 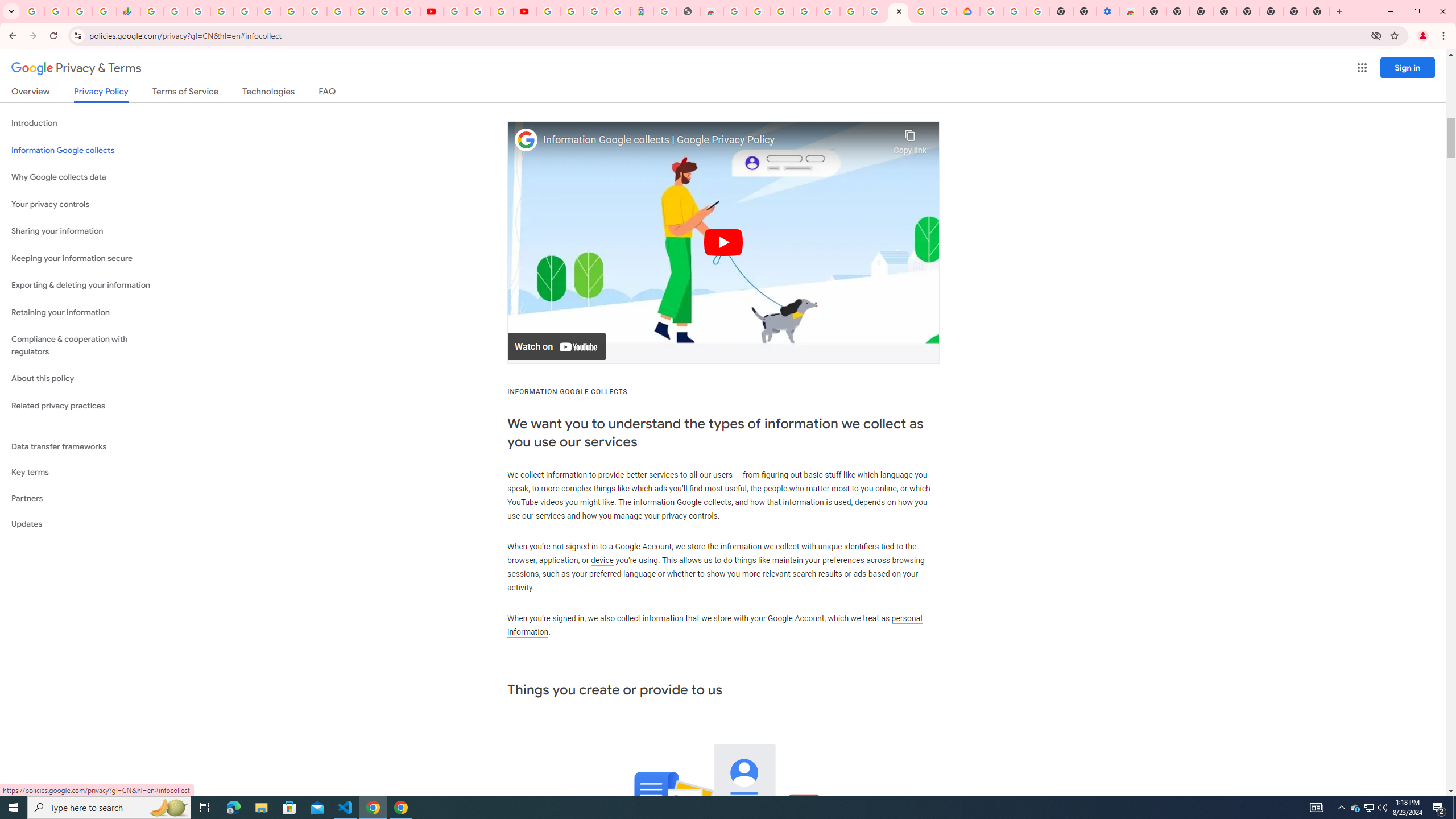 I want to click on 'Sharing your information', so click(x=86, y=230).